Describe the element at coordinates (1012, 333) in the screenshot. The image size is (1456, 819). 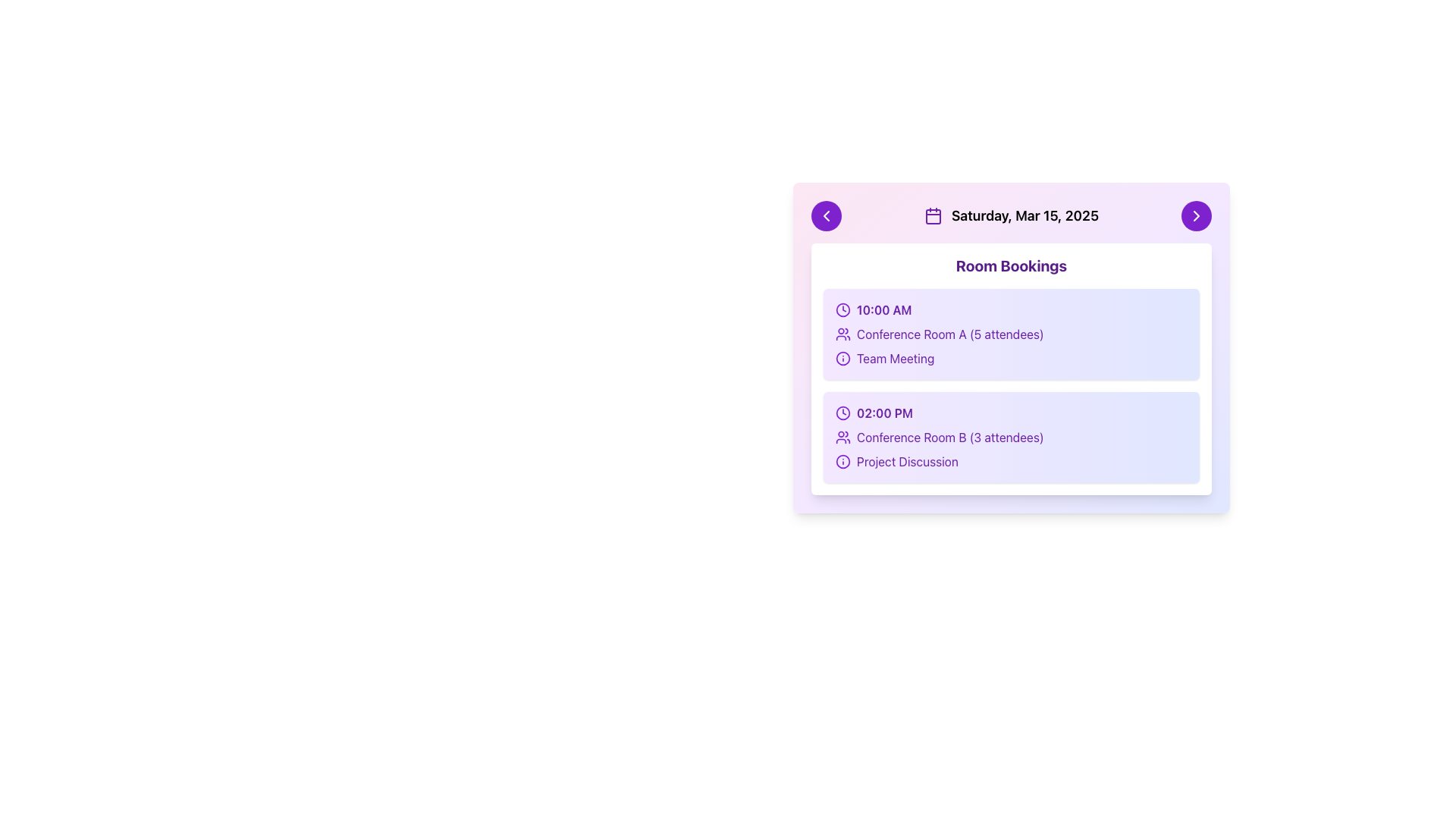
I see `the first meeting schedule entry in the room bookings list, which displays the meeting time, room allocation, number of attendees, and purpose, styled with a gradient background and rounded corners` at that location.